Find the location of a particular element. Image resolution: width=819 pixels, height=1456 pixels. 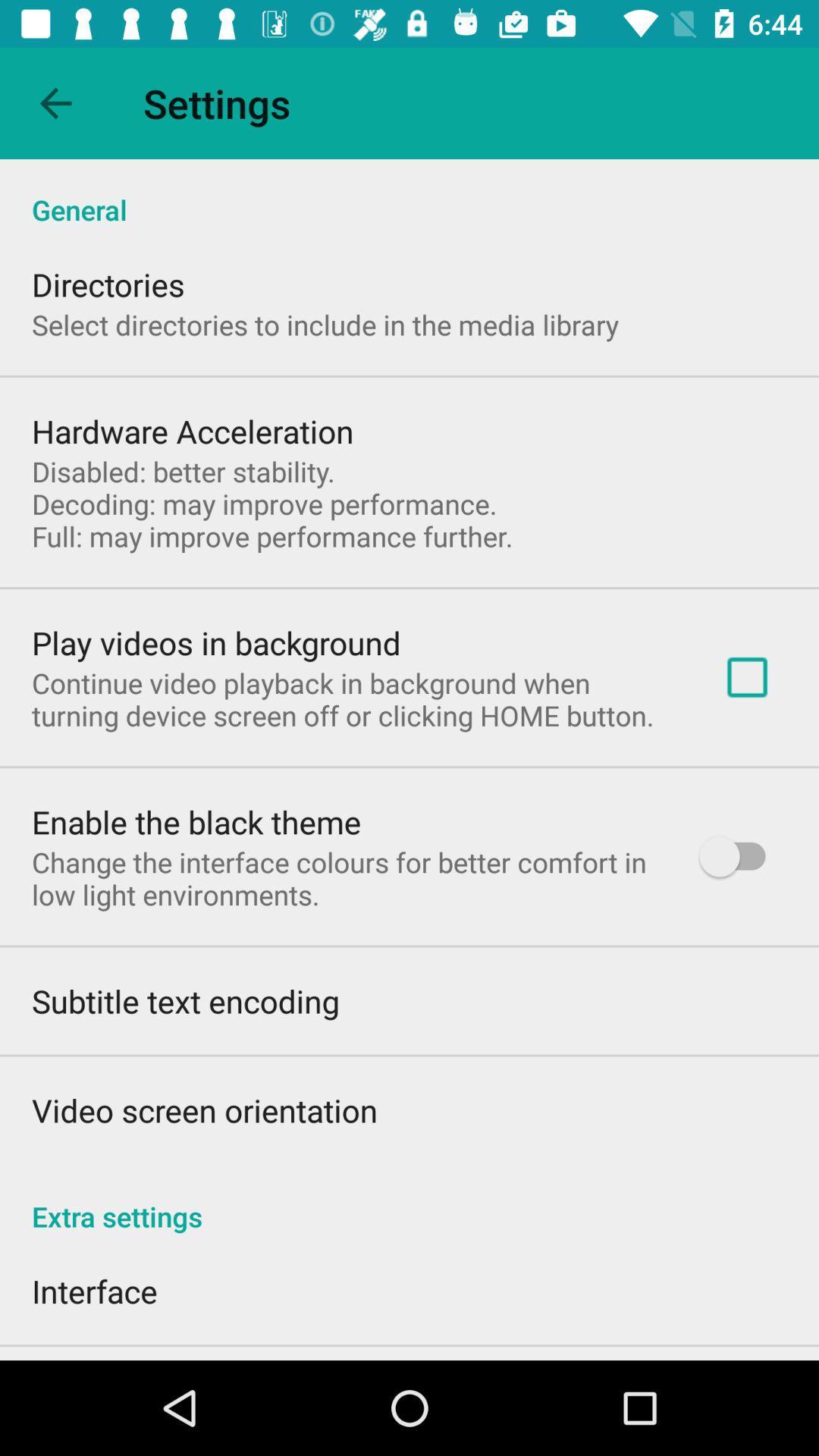

icon below the play videos in is located at coordinates (353, 698).